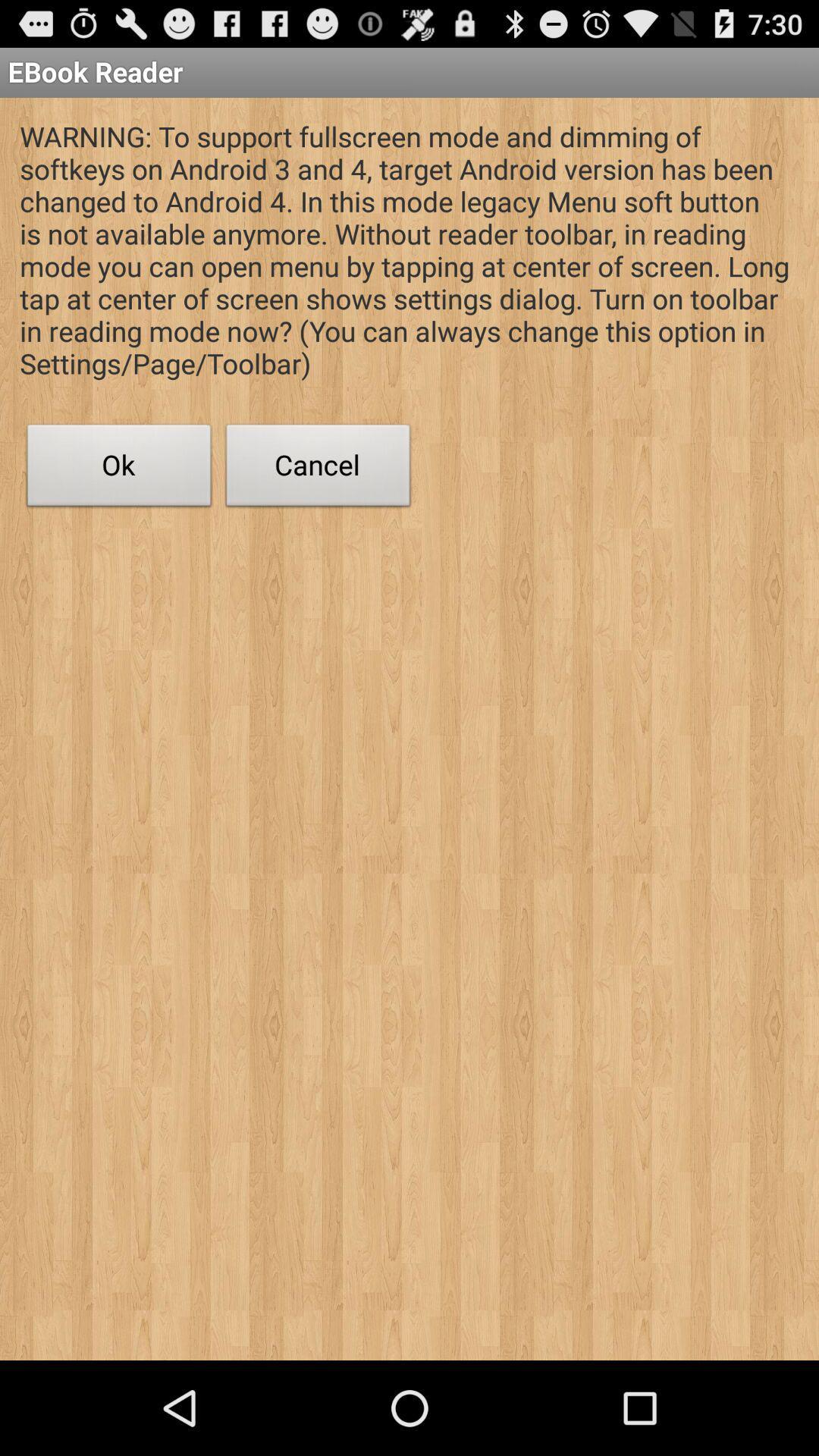 This screenshot has width=819, height=1456. What do you see at coordinates (118, 469) in the screenshot?
I see `the button next to cancel icon` at bounding box center [118, 469].